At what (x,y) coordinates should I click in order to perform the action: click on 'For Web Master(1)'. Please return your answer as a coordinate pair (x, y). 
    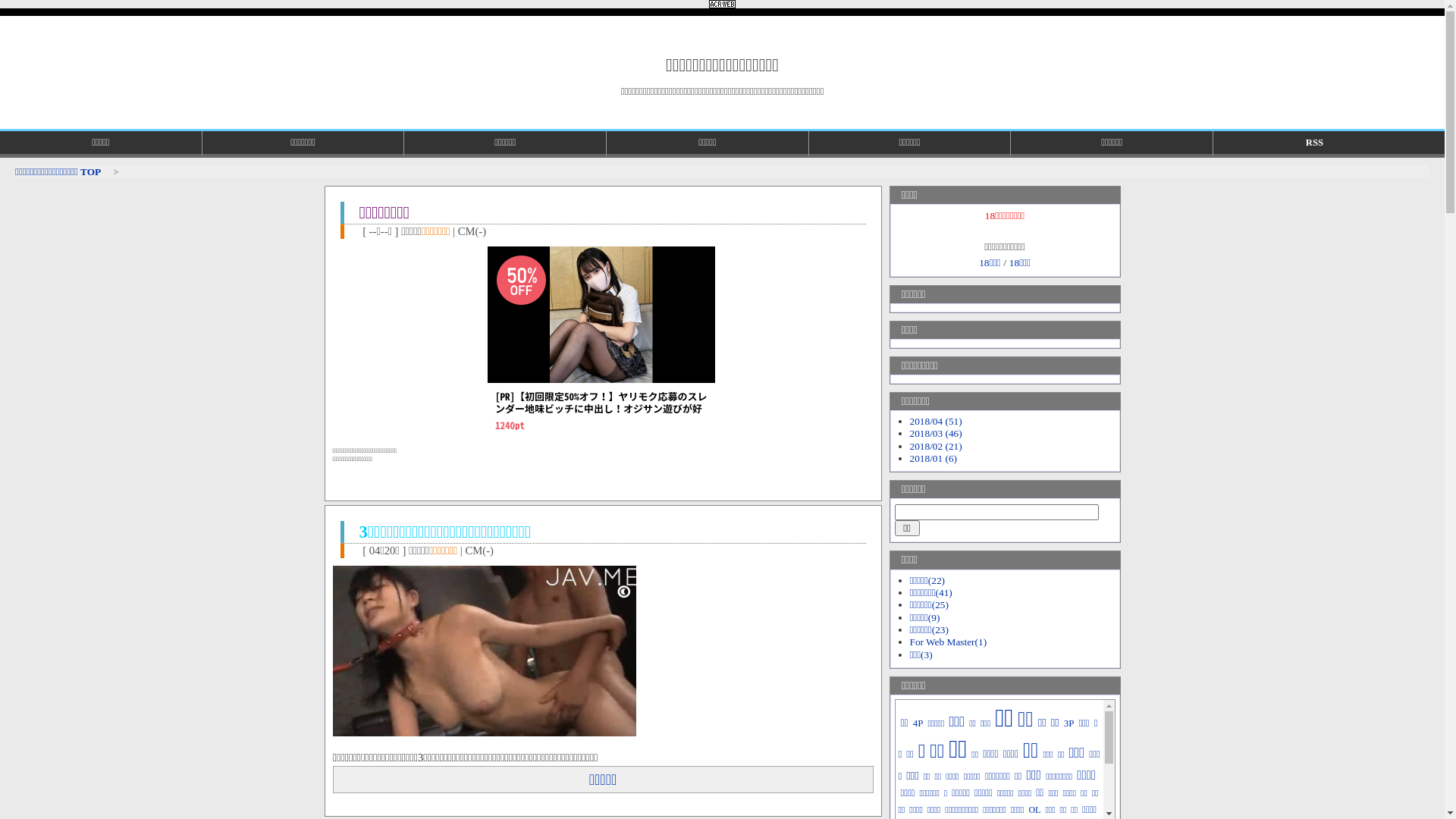
    Looking at the image, I should click on (948, 642).